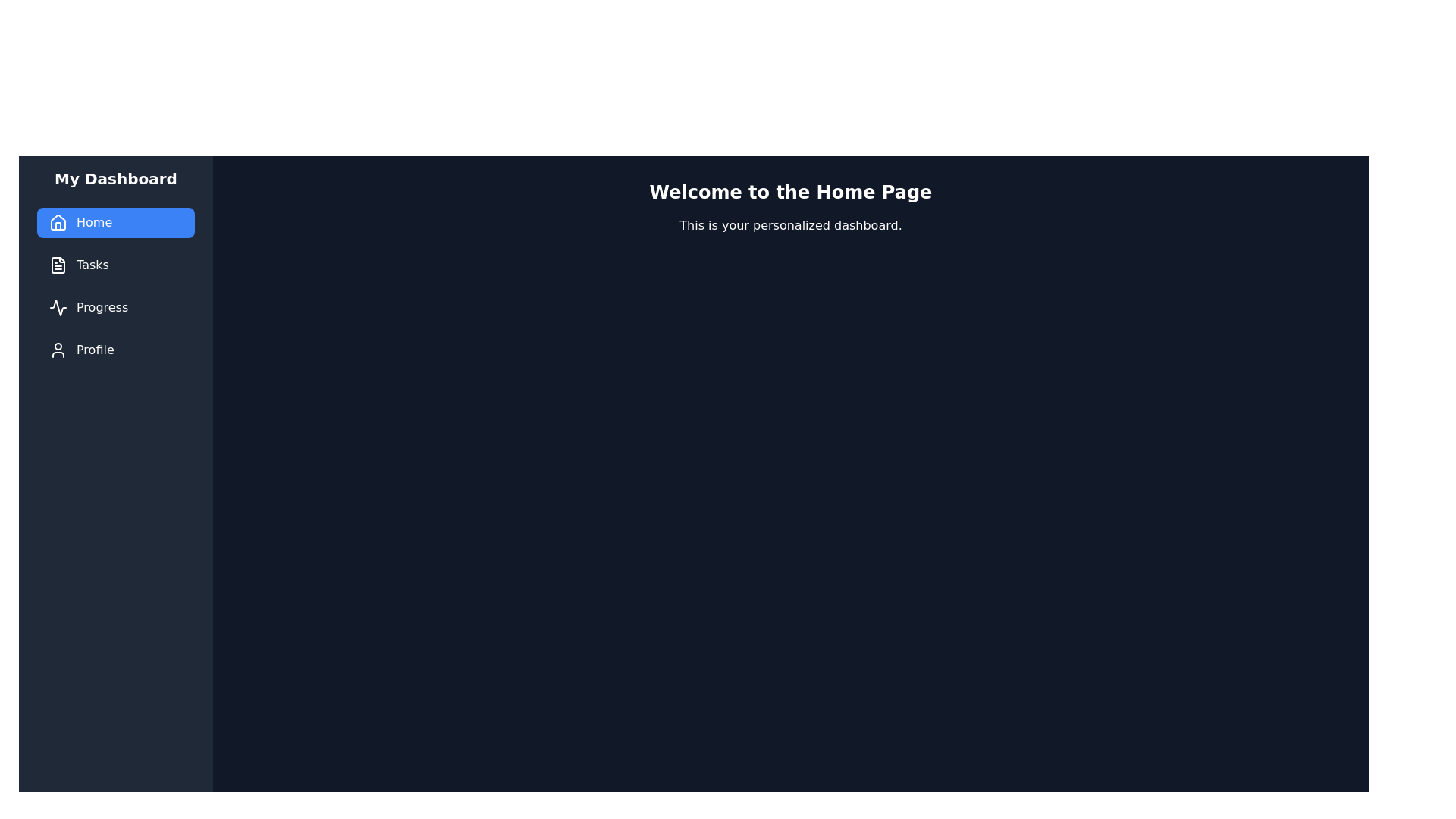 The height and width of the screenshot is (819, 1456). What do you see at coordinates (58, 350) in the screenshot?
I see `the user profile icon which is styled with a stroke appearance, located in the sidebar navigation menu` at bounding box center [58, 350].